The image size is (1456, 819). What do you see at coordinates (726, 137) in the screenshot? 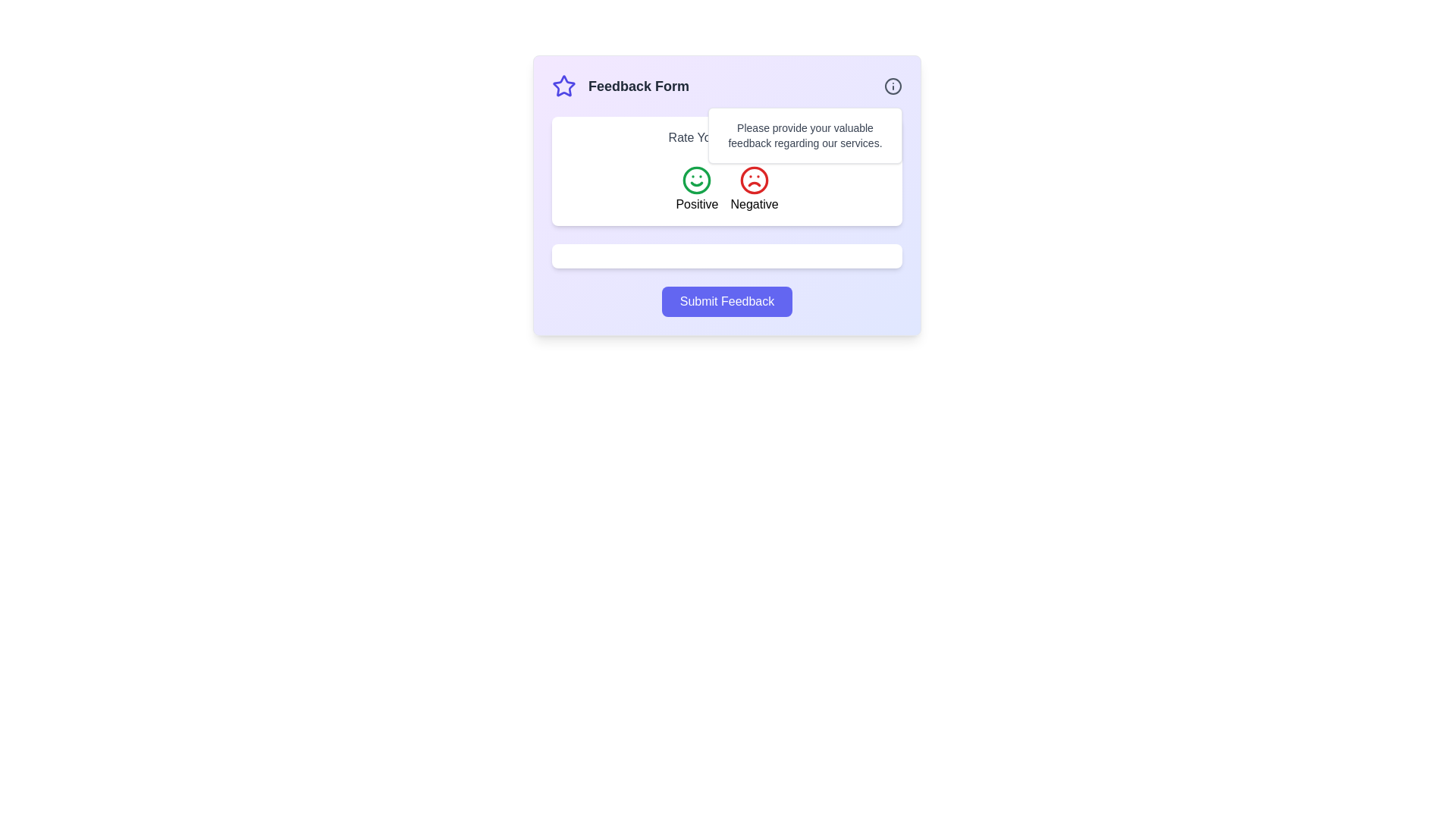
I see `the text field labeled 'Rate Your Experience', which is styled with gray text color and is center-aligned, located at the top-center of a white rounded card-like box` at bounding box center [726, 137].